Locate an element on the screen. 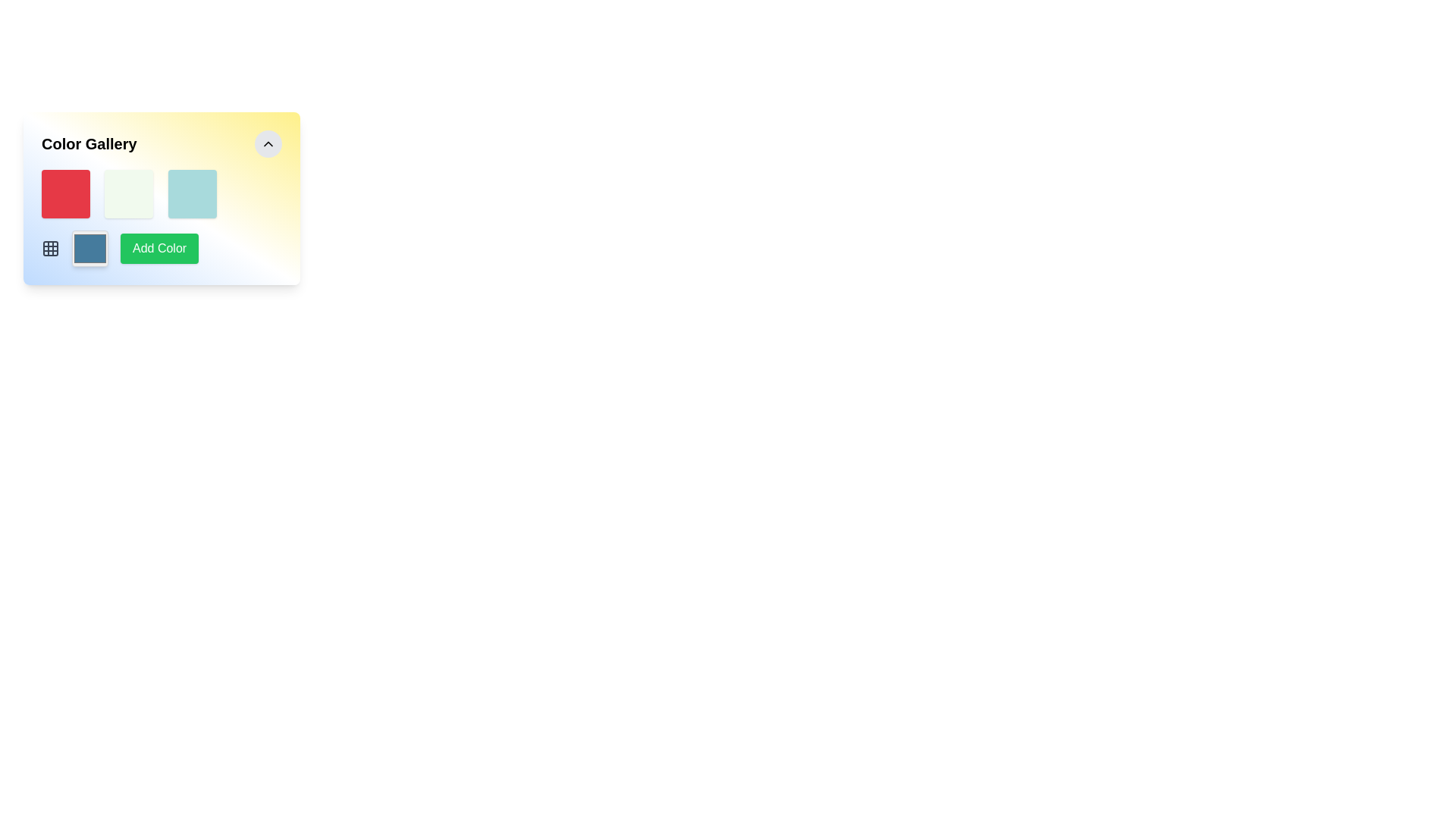 The height and width of the screenshot is (819, 1456). the button located in the top-right corner of the 'Color Gallery' section to observe its hover effects is located at coordinates (268, 143).